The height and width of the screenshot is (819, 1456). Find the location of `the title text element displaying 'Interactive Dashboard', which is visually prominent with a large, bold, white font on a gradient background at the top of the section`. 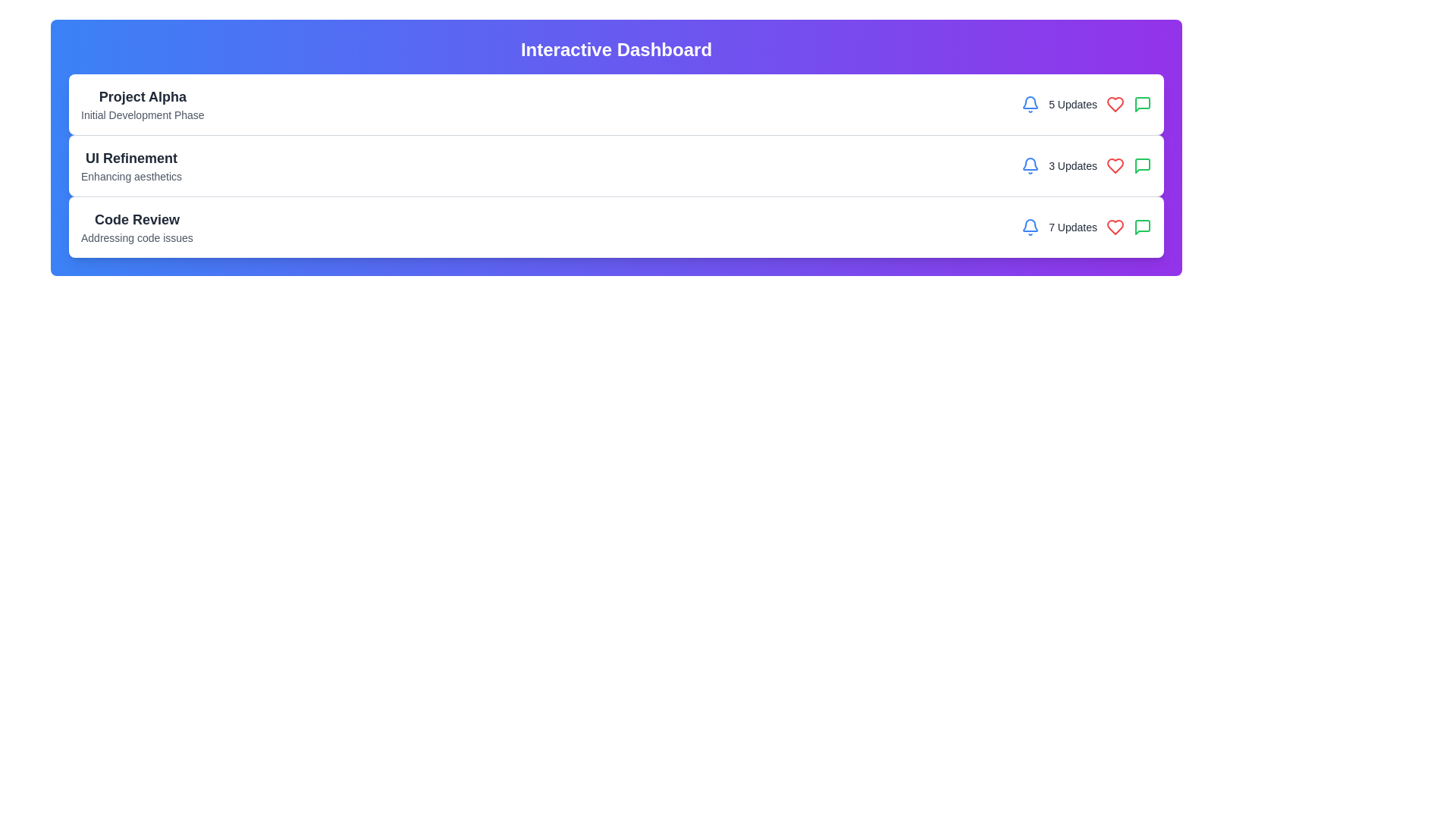

the title text element displaying 'Interactive Dashboard', which is visually prominent with a large, bold, white font on a gradient background at the top of the section is located at coordinates (616, 49).